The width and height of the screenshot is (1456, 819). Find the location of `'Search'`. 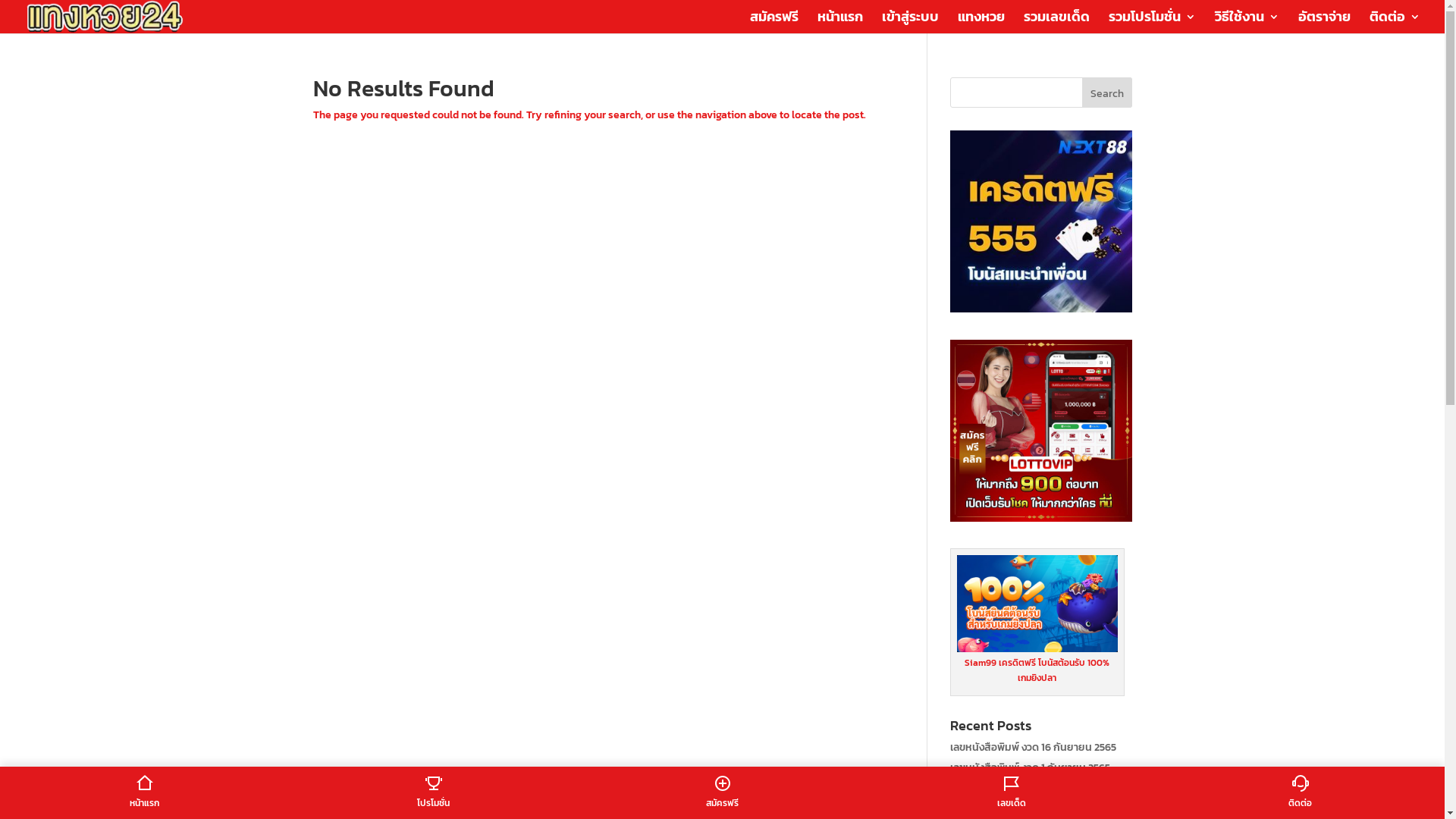

'Search' is located at coordinates (1081, 93).